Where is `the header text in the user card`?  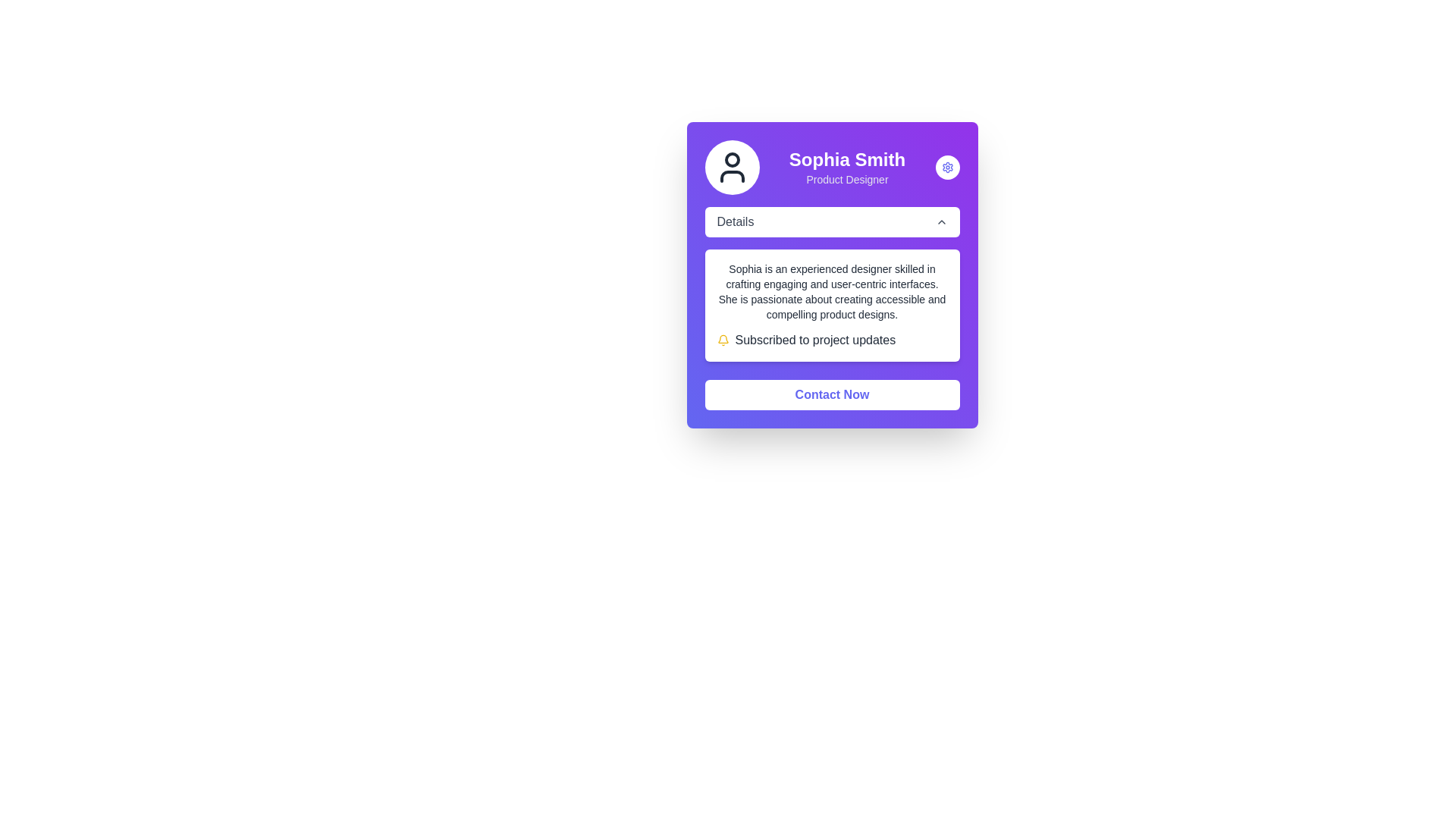 the header text in the user card is located at coordinates (831, 167).